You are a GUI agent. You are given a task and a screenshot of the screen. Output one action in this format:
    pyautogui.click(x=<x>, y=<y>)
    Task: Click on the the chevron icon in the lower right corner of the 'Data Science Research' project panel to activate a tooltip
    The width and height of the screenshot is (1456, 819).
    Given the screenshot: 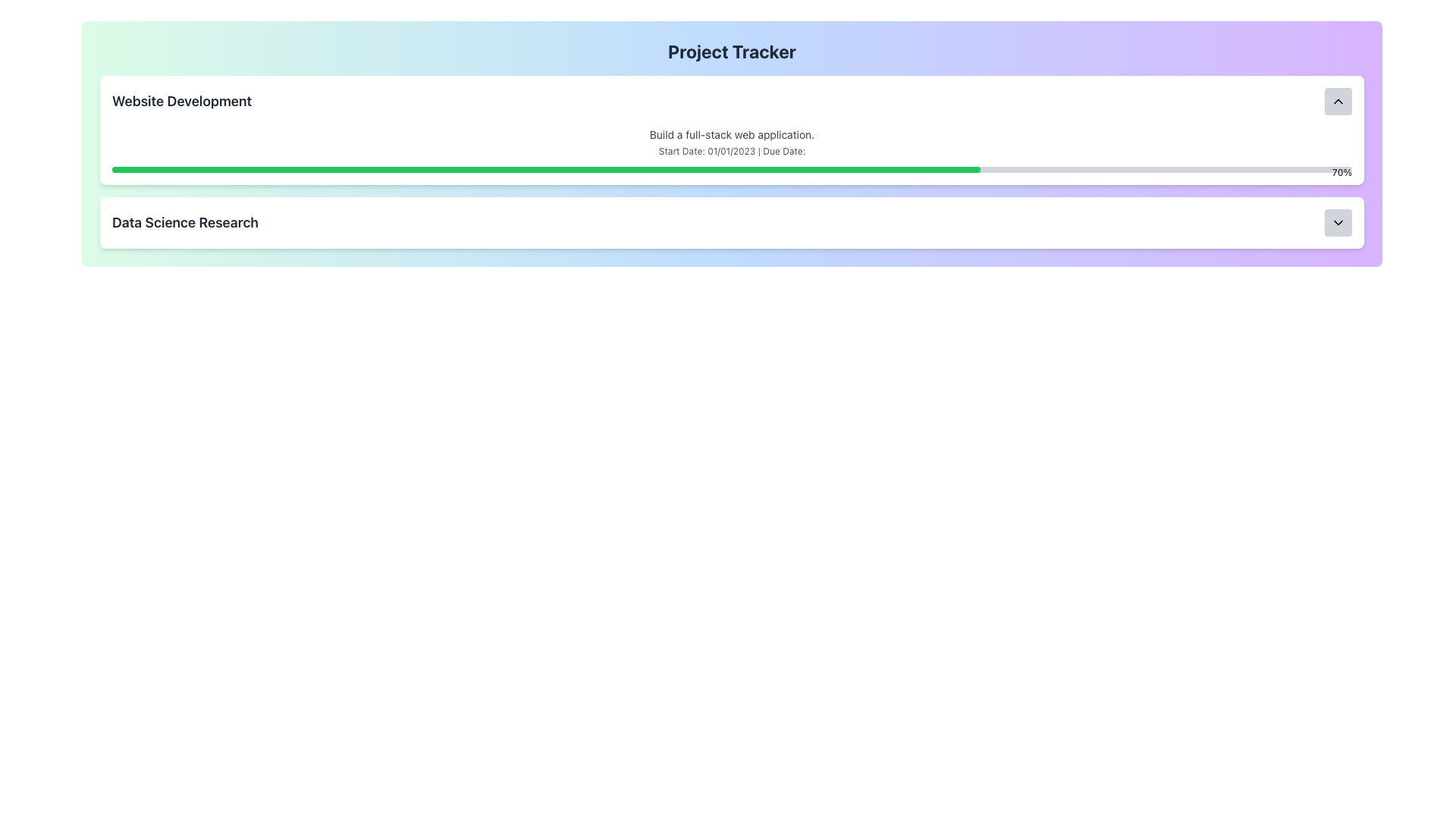 What is the action you would take?
    pyautogui.click(x=1338, y=222)
    